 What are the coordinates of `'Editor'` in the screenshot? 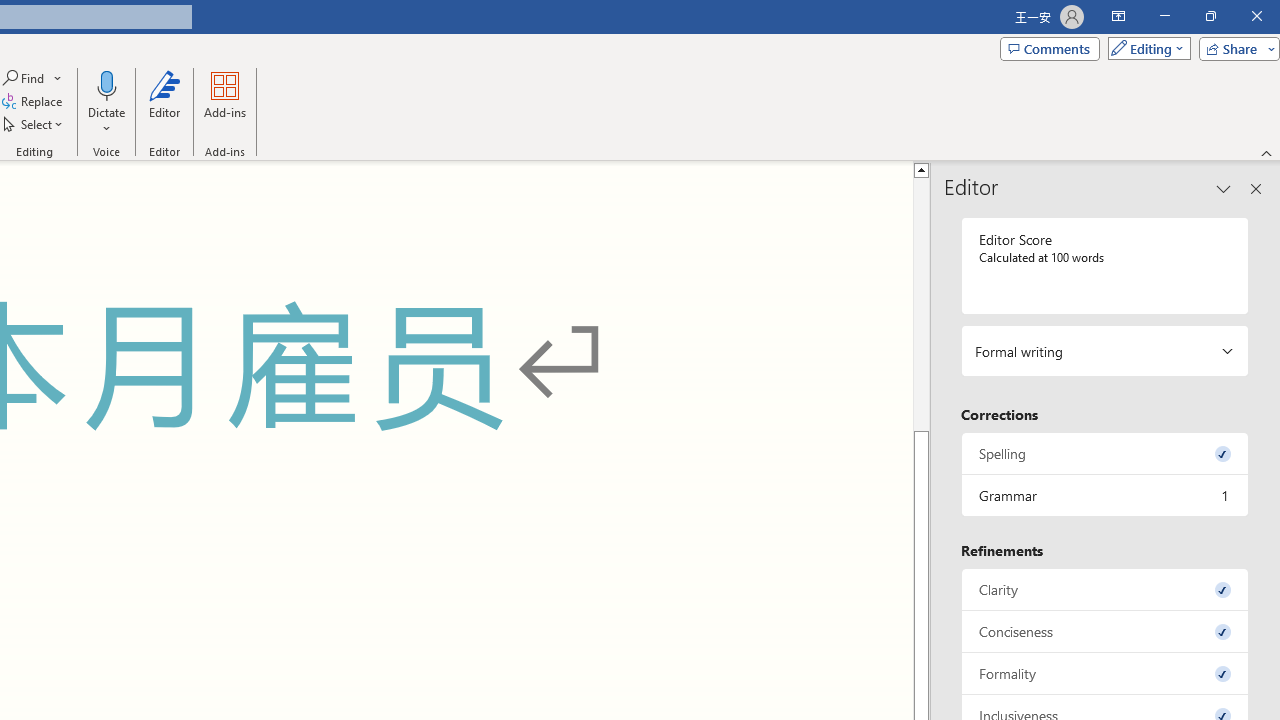 It's located at (164, 103).